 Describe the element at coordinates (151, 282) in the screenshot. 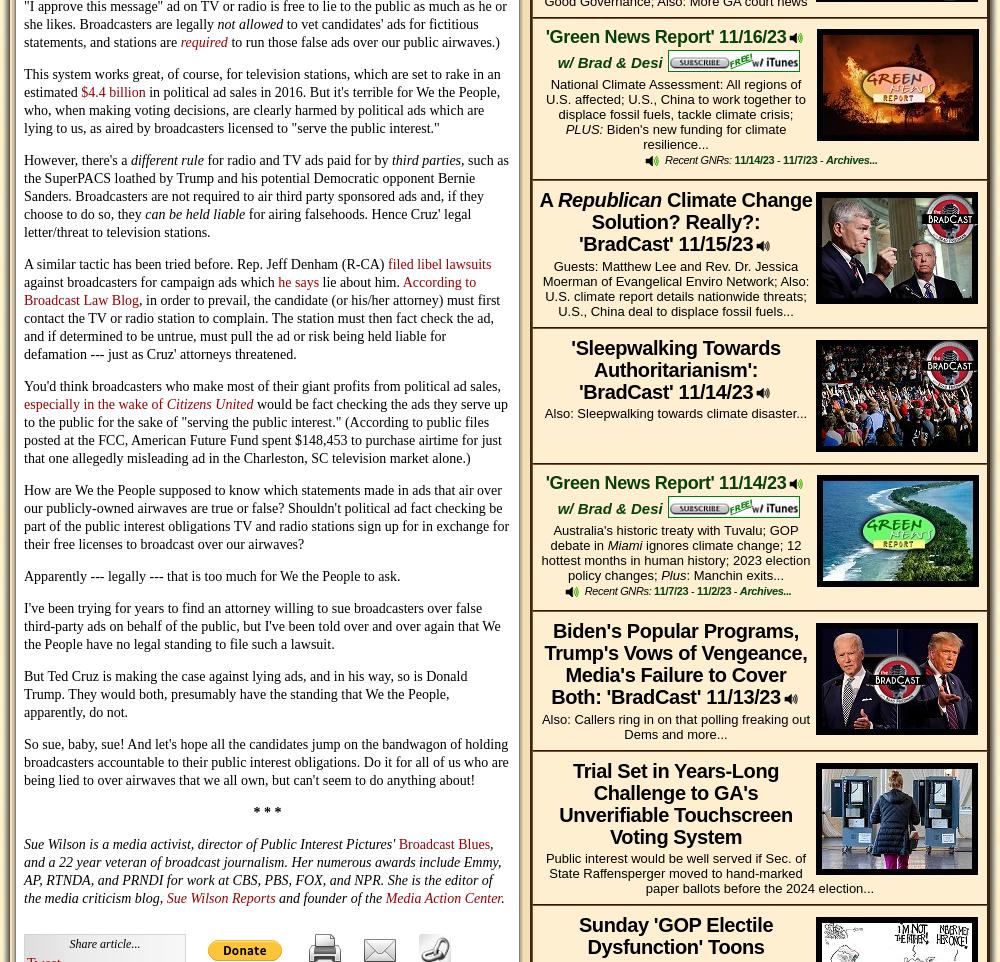

I see `'against broadcasters for campaign ads which'` at that location.